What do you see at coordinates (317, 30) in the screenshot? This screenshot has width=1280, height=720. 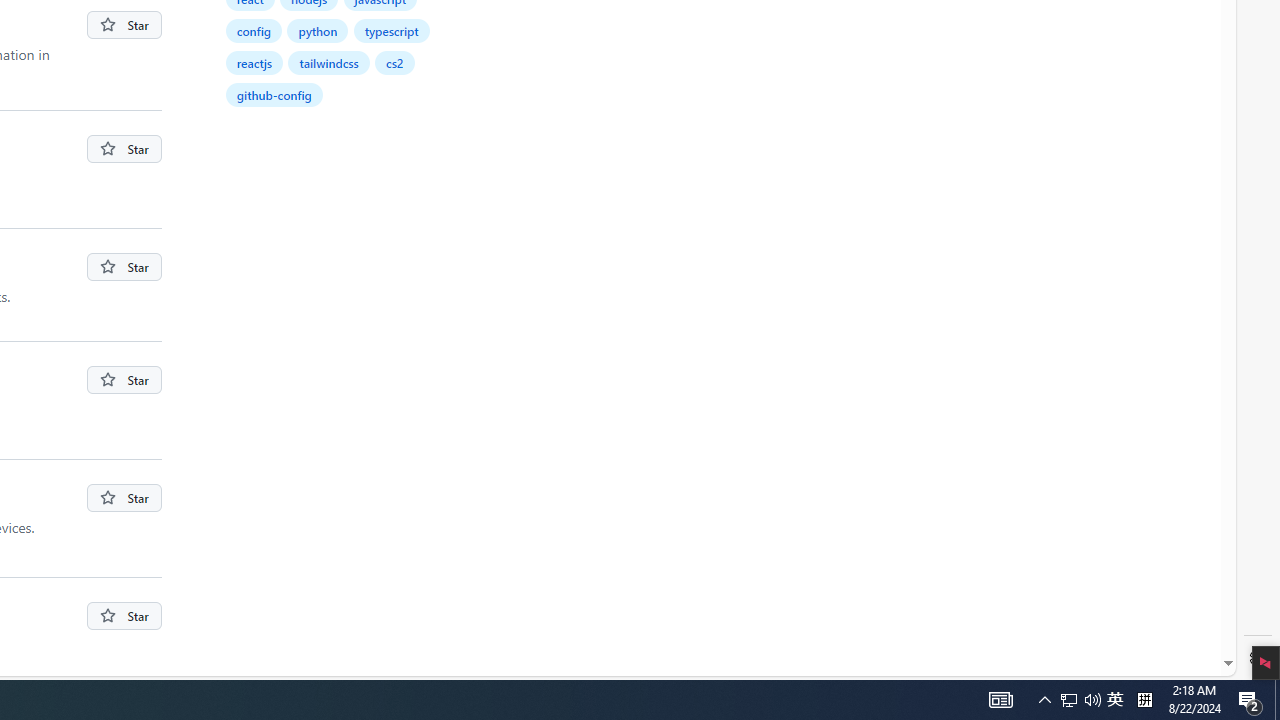 I see `'python'` at bounding box center [317, 30].